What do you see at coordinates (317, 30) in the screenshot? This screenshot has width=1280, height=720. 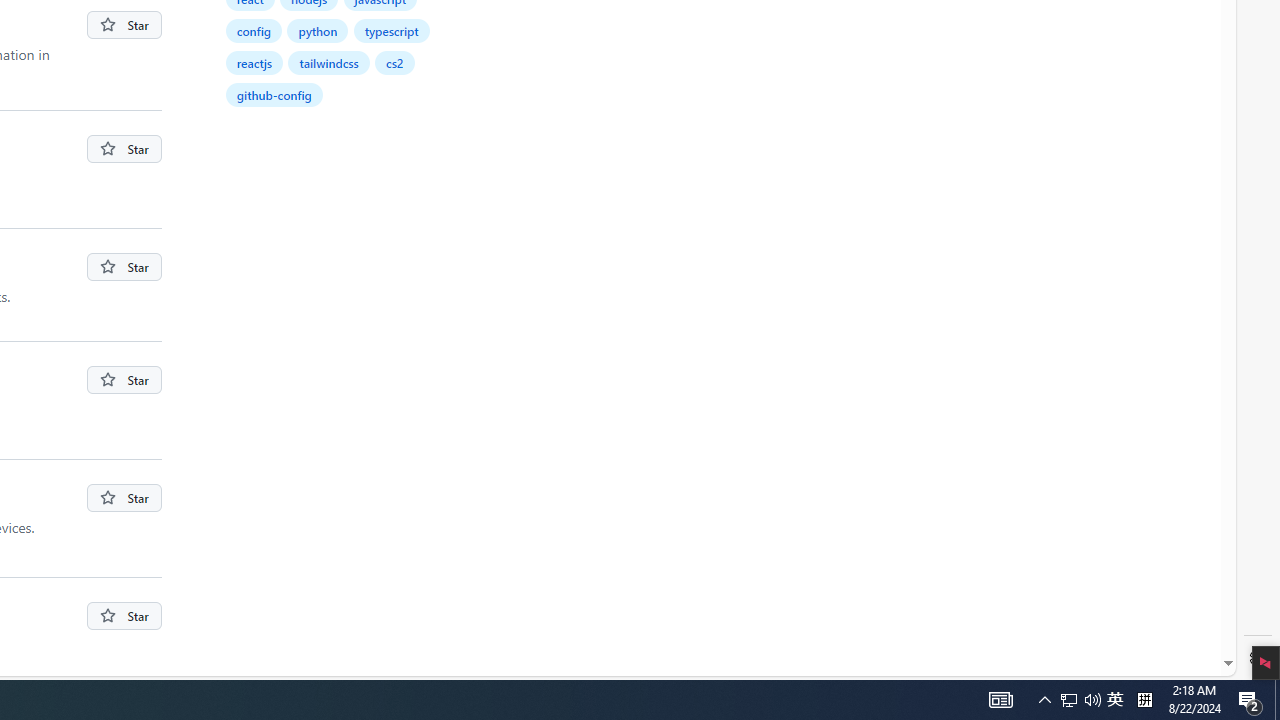 I see `'python'` at bounding box center [317, 30].